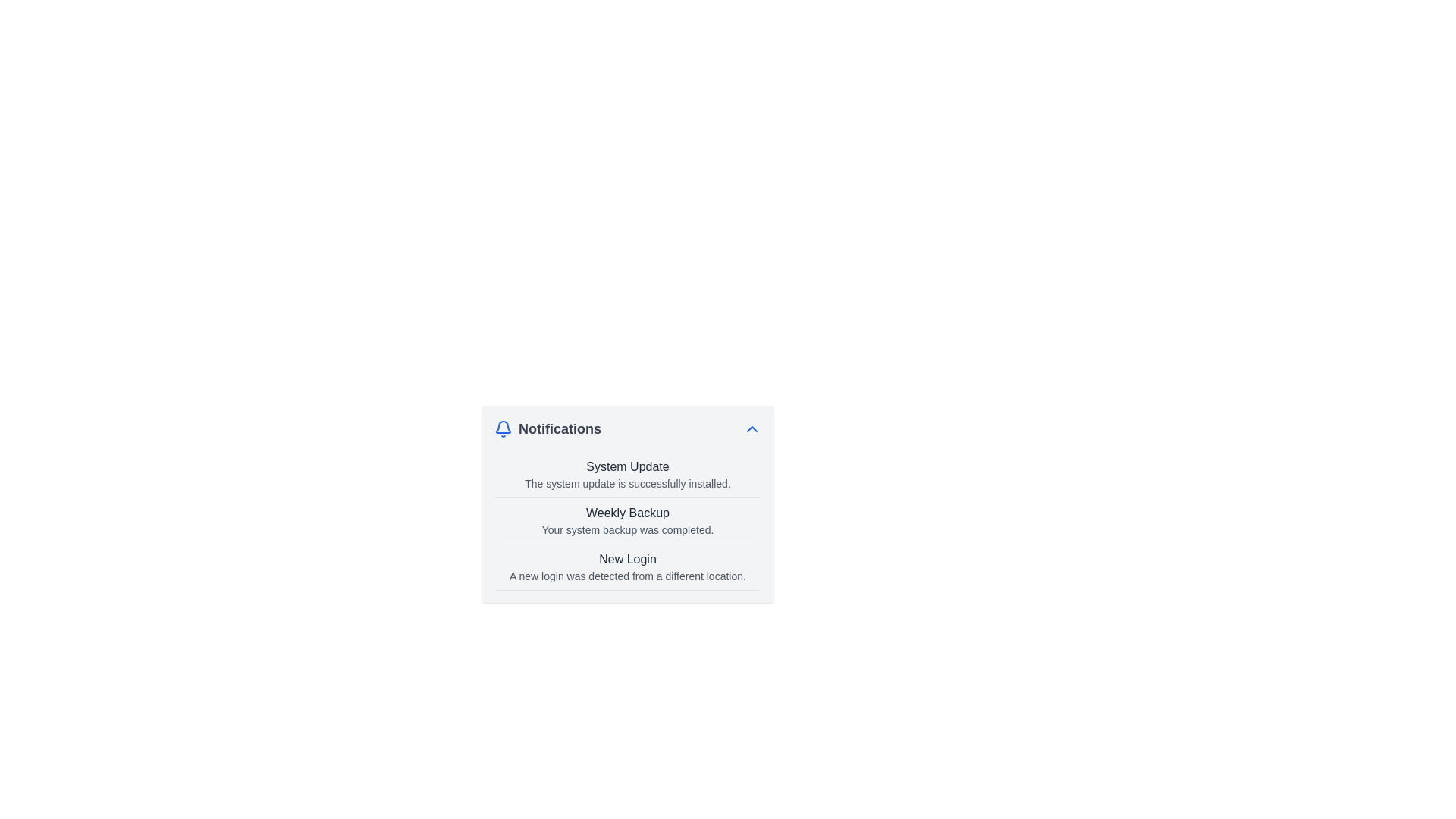 Image resolution: width=1456 pixels, height=819 pixels. I want to click on the 'Notifications' Toggle Header with a bell icon on the left and a chevron icon on the right, so click(628, 429).